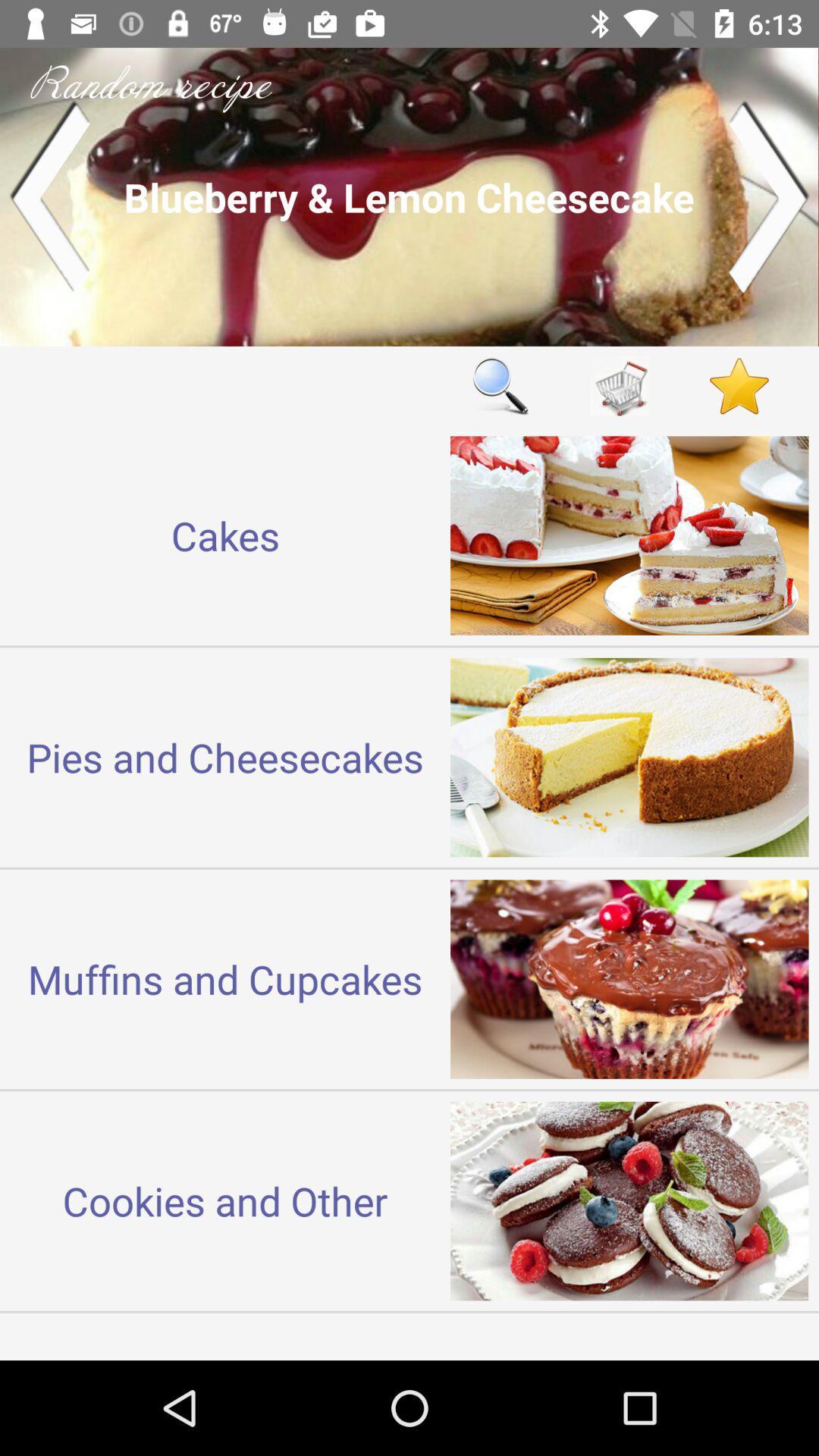  What do you see at coordinates (225, 757) in the screenshot?
I see `the icon above the muffins and cupcakes item` at bounding box center [225, 757].